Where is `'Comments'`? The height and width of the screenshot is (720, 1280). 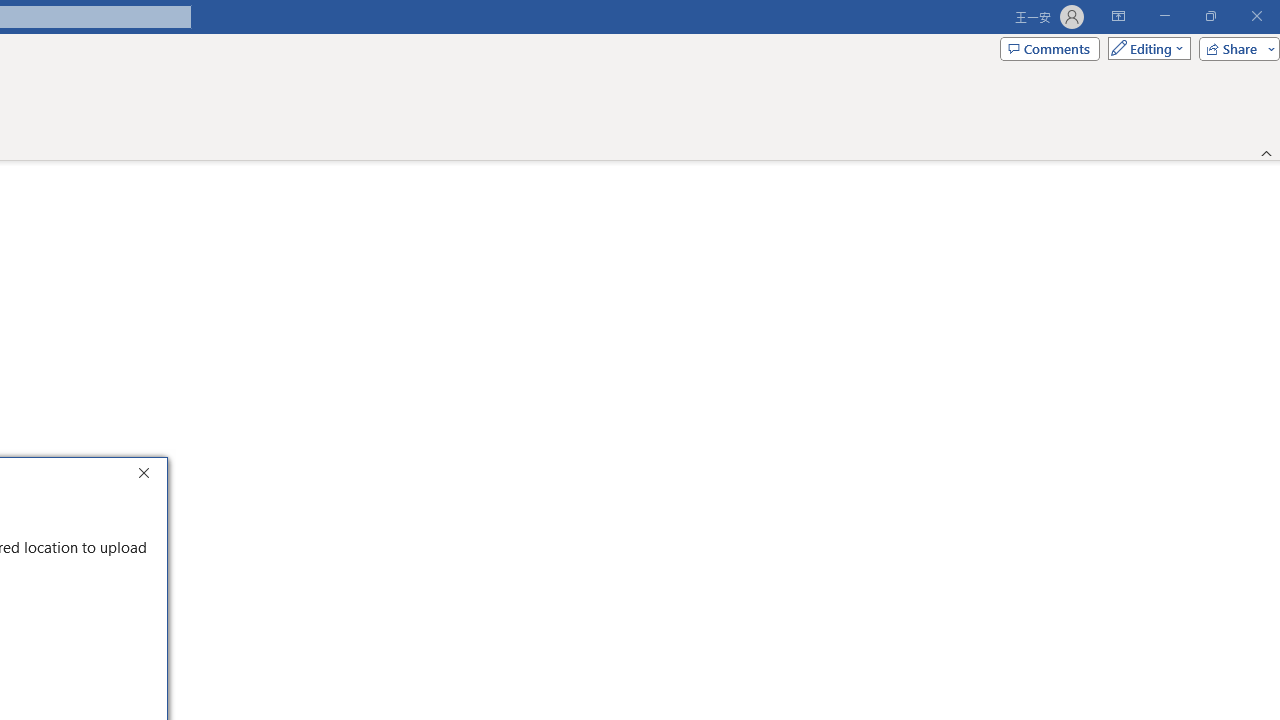 'Comments' is located at coordinates (1048, 47).